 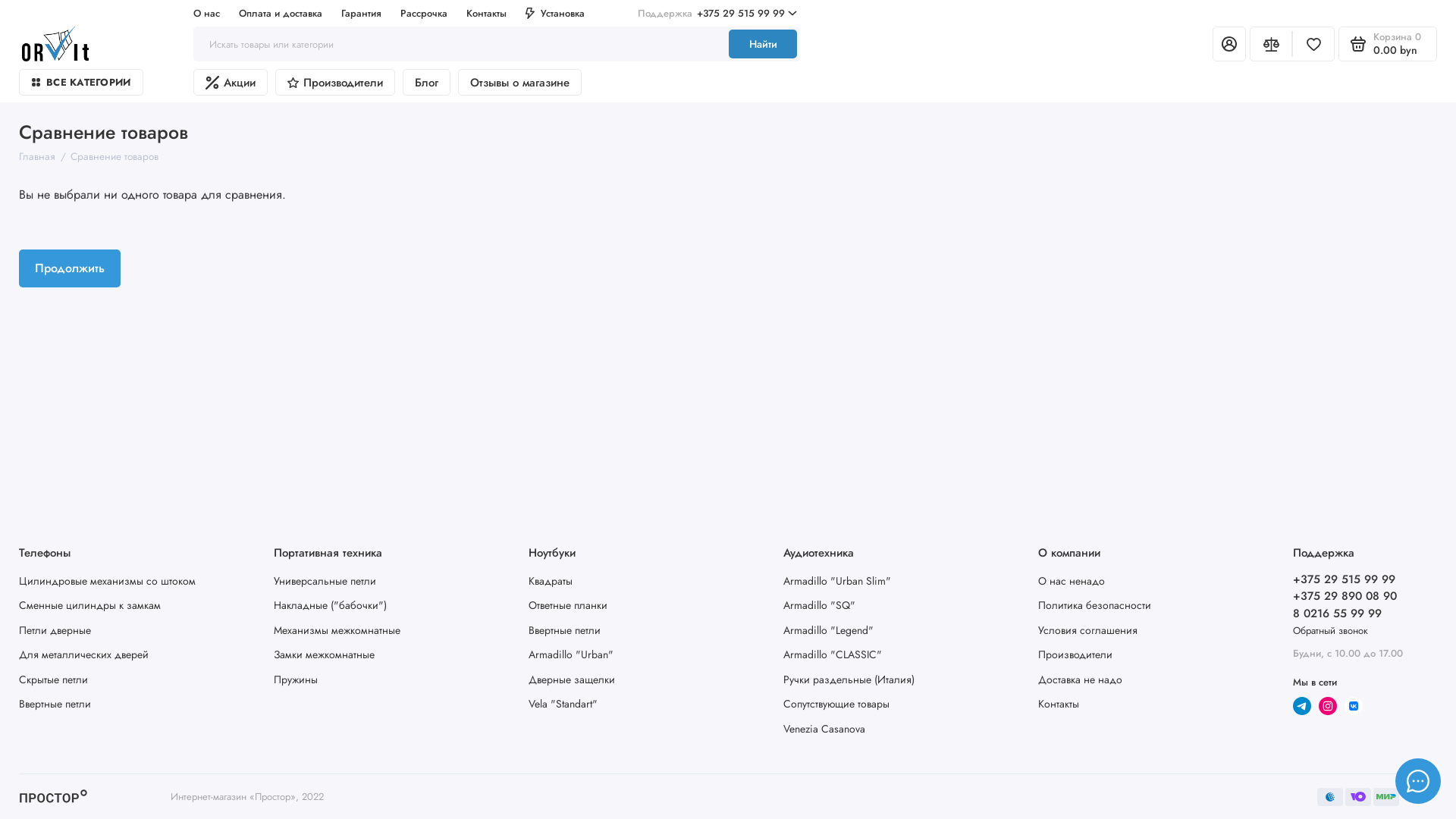 I want to click on '+375 29 890 08 90', so click(x=1345, y=595).